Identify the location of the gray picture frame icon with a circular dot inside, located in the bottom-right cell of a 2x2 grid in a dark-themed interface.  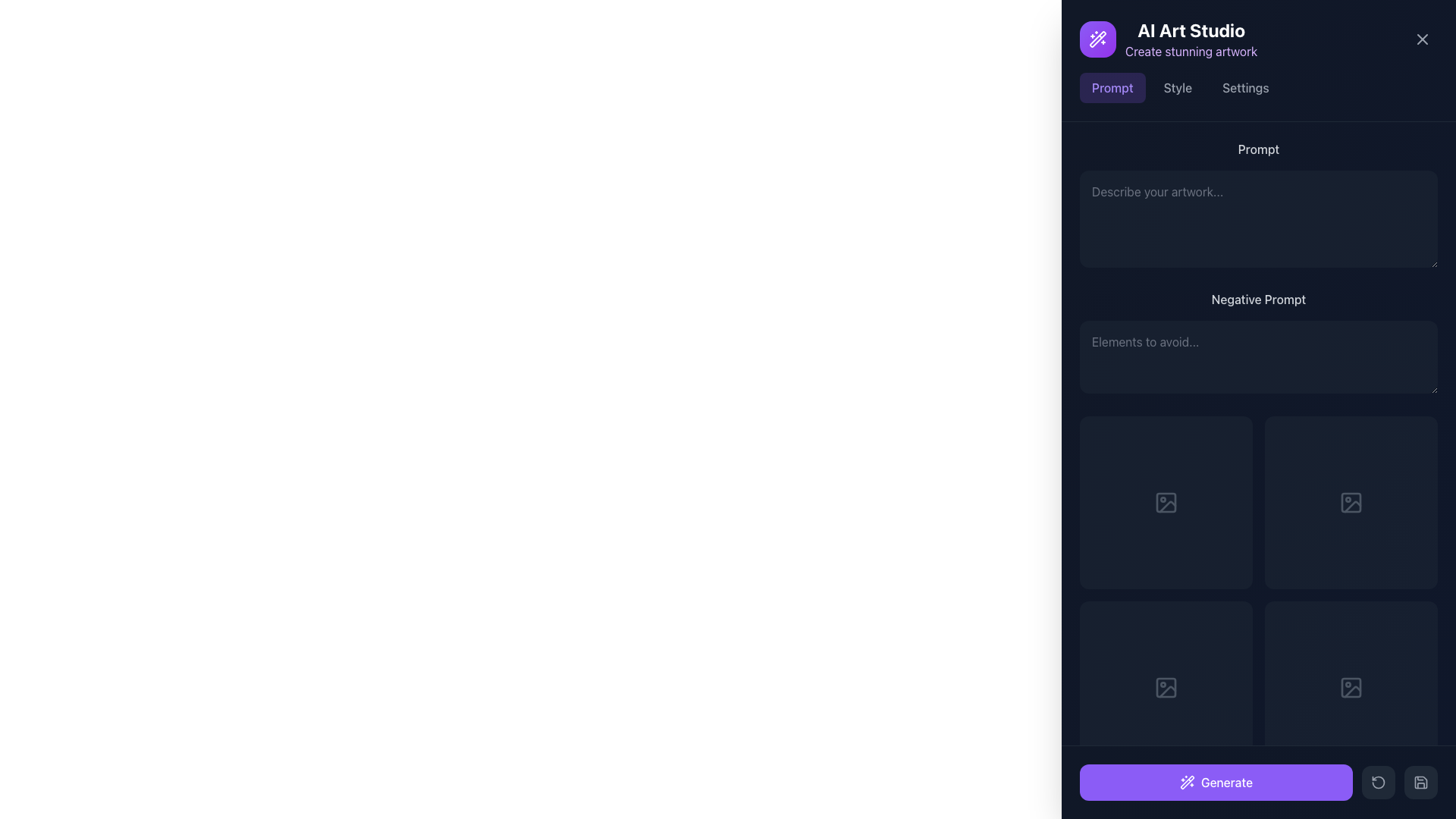
(1351, 687).